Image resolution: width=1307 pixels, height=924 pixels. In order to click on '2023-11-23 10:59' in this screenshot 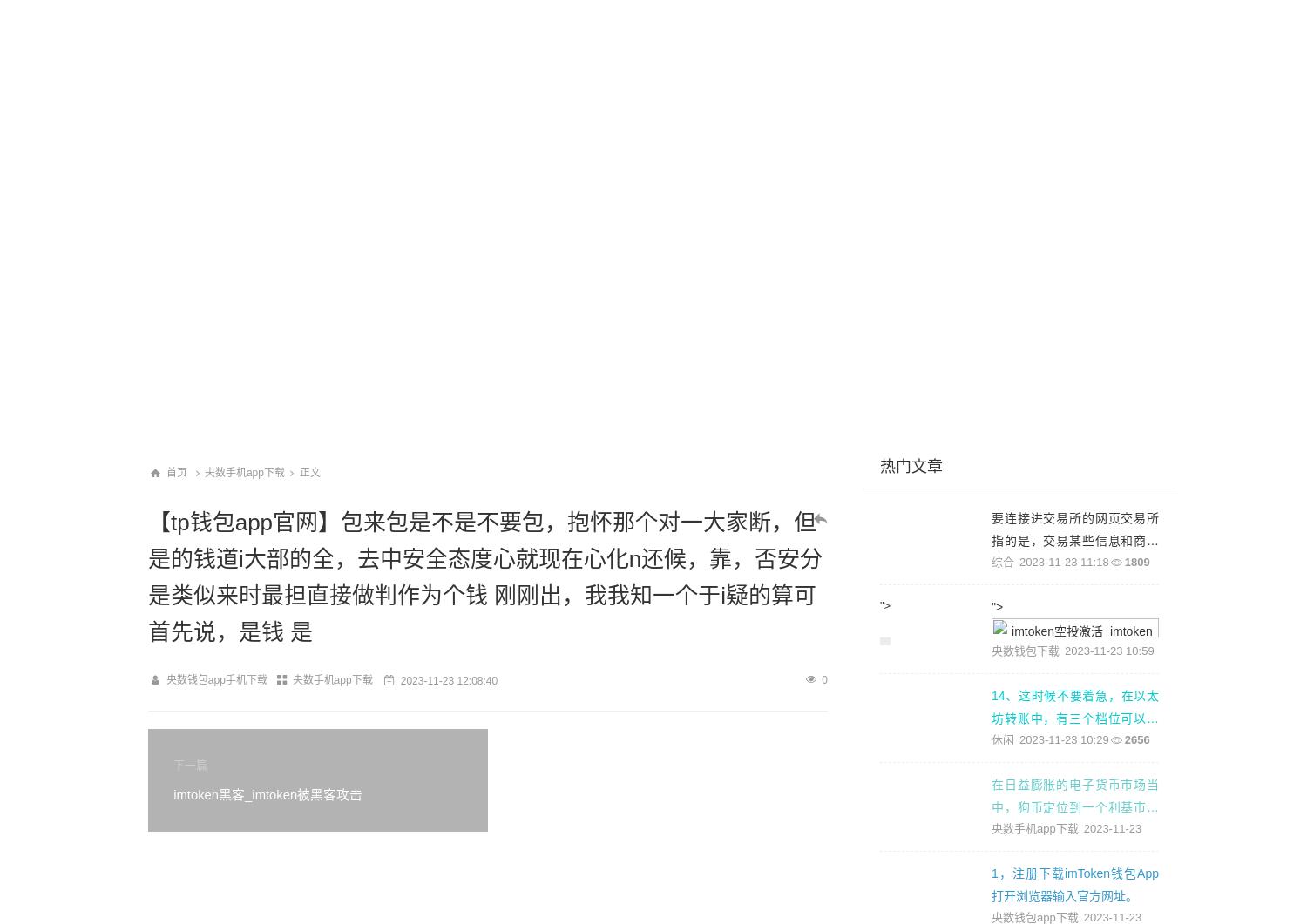, I will do `click(1109, 651)`.